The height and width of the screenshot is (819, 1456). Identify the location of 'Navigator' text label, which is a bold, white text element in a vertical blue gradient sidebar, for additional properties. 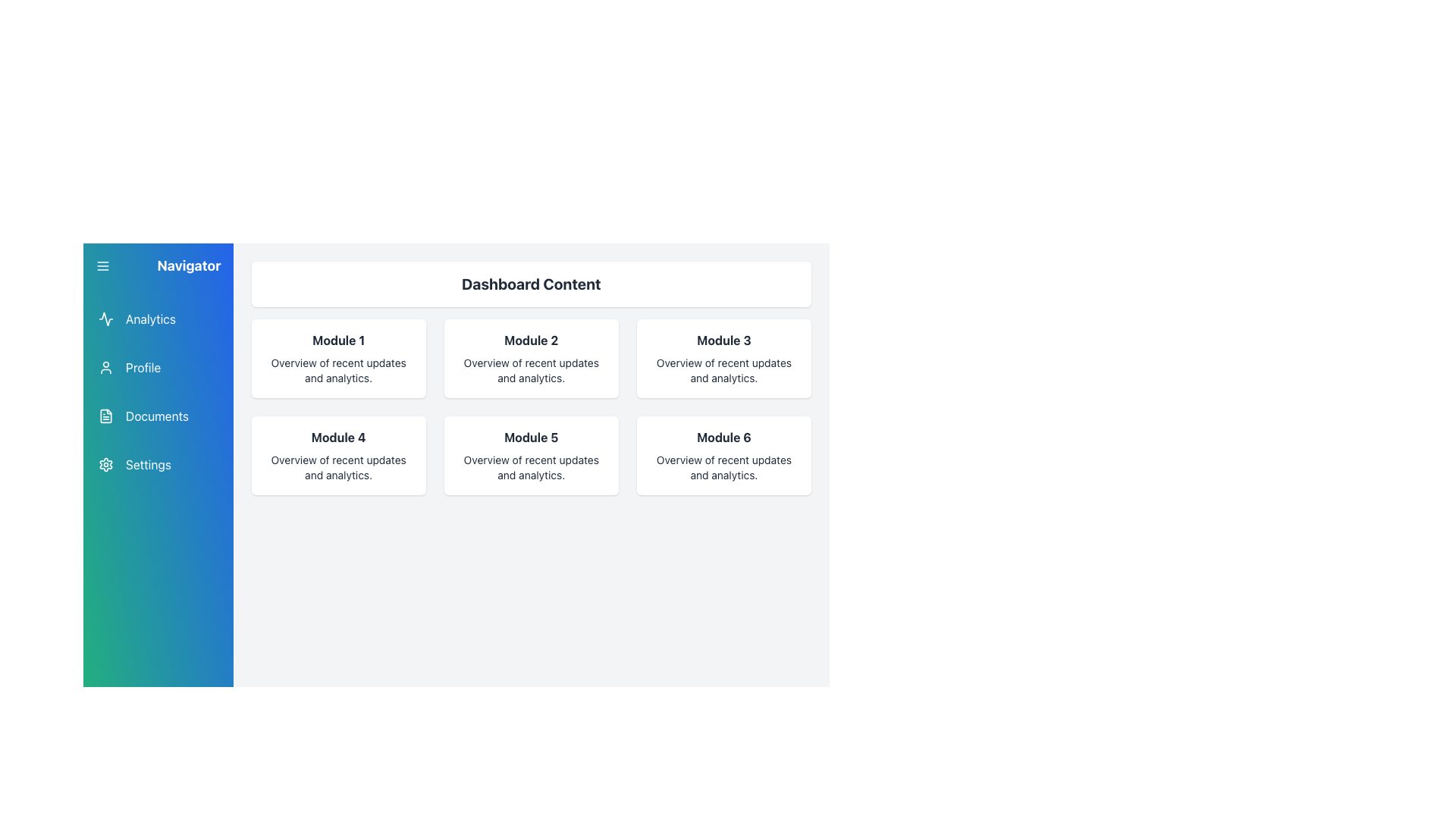
(188, 265).